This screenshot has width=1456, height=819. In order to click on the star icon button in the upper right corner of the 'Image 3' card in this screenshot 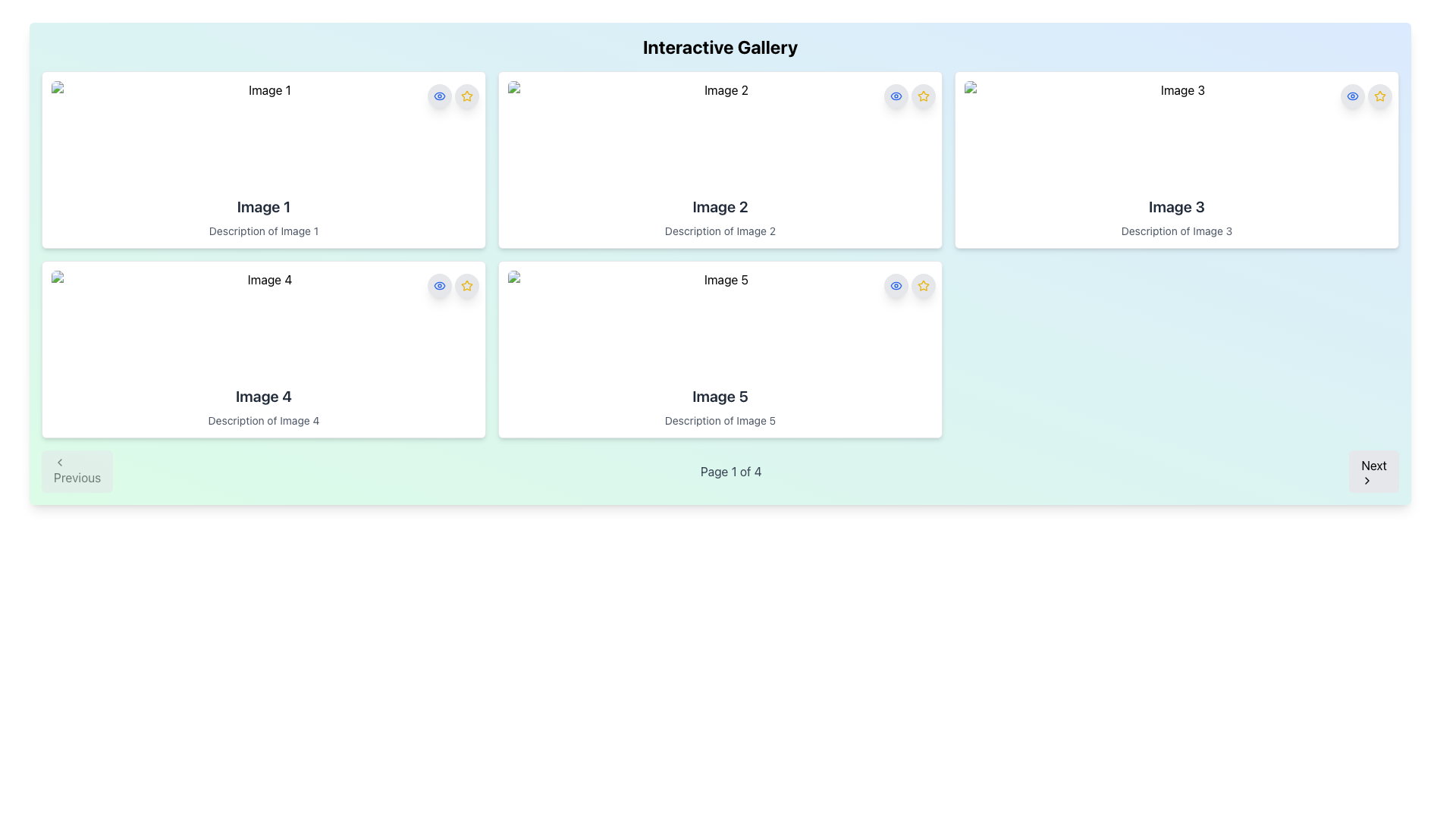, I will do `click(1379, 96)`.